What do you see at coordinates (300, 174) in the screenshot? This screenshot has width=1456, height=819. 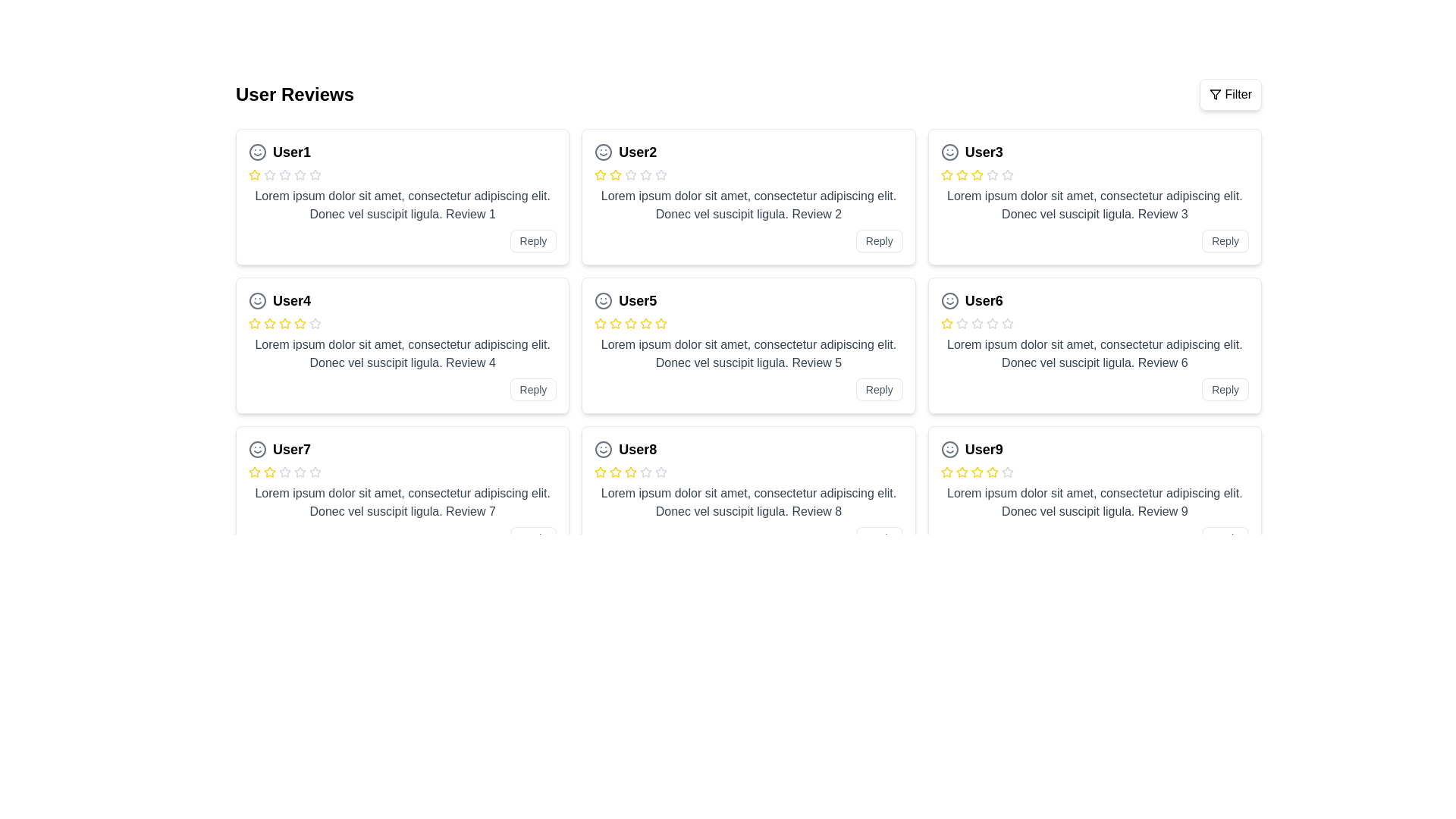 I see `the third star icon in the rating row of User1's review card` at bounding box center [300, 174].